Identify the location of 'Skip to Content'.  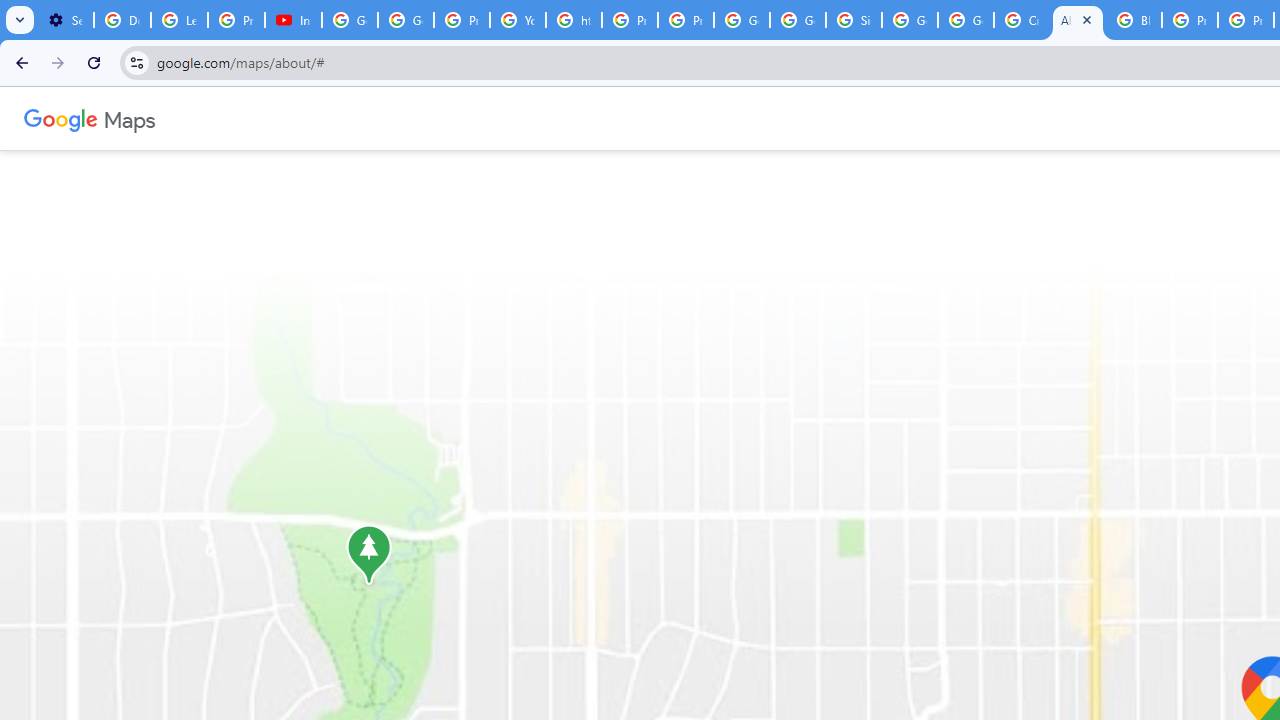
(263, 116).